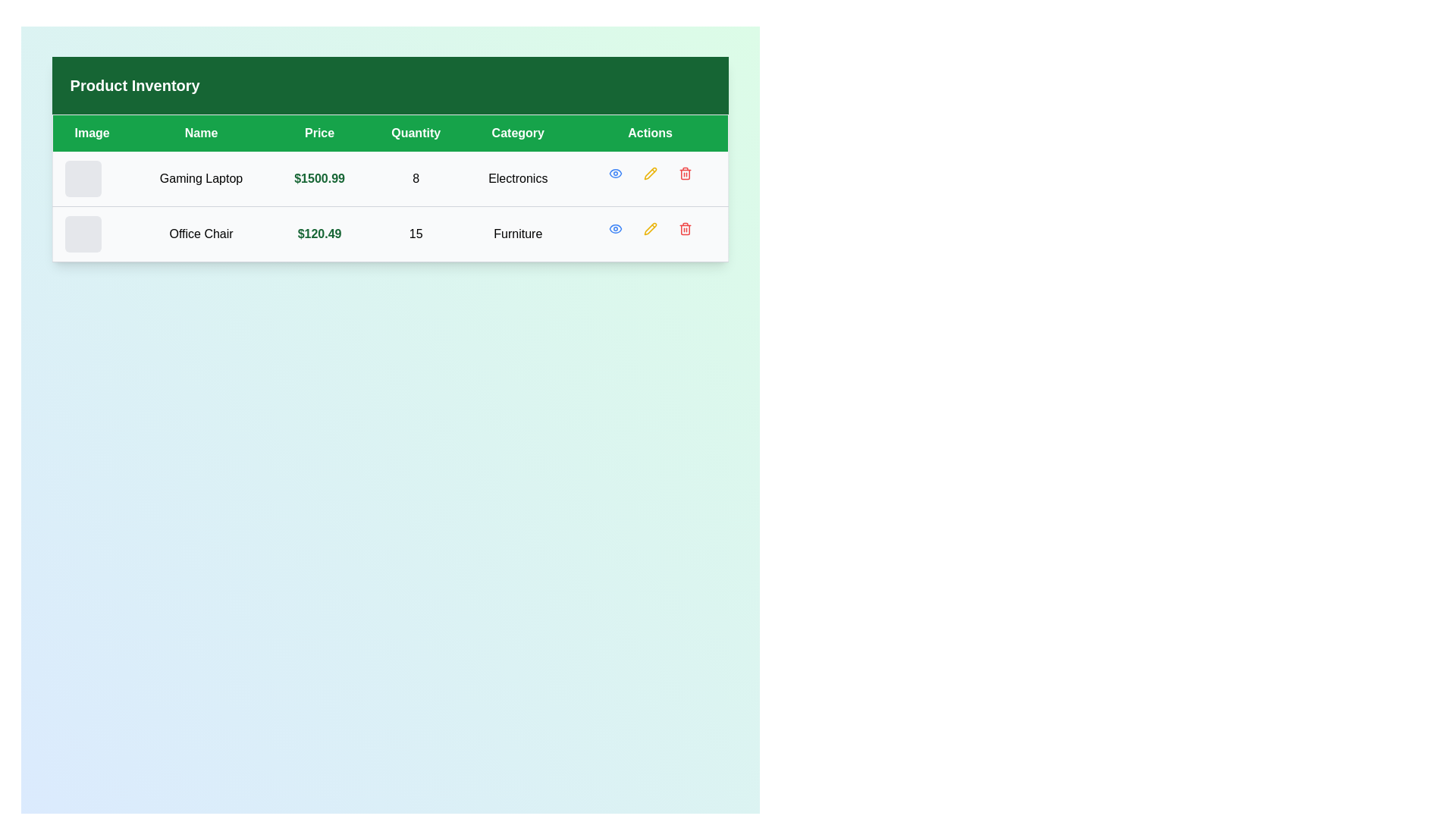 This screenshot has height=819, width=1456. I want to click on the 'edit' icon button located in the 'Actions' column of the second row in the tabular layout, so click(650, 228).